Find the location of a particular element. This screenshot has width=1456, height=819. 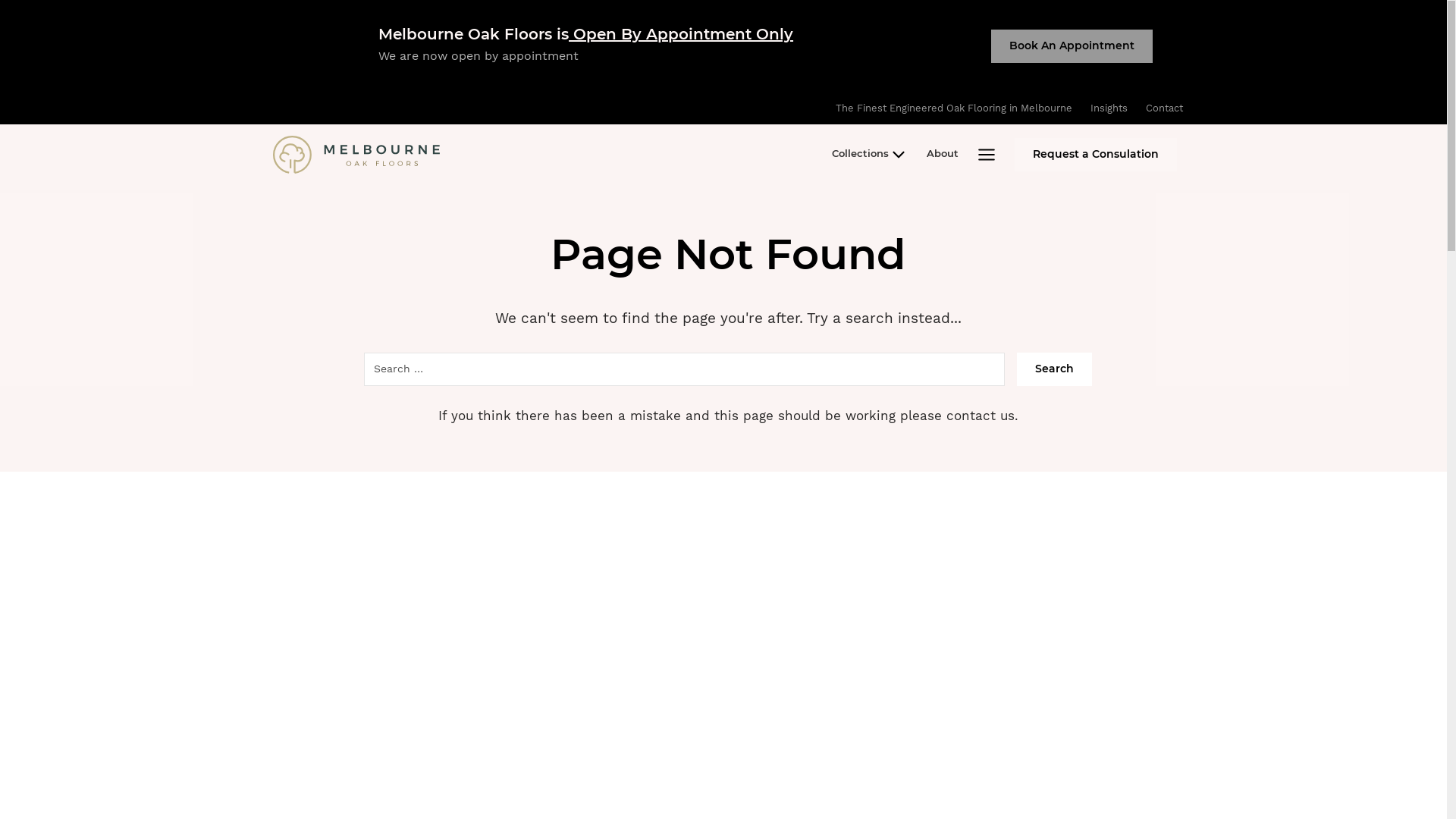

'About' is located at coordinates (942, 155).